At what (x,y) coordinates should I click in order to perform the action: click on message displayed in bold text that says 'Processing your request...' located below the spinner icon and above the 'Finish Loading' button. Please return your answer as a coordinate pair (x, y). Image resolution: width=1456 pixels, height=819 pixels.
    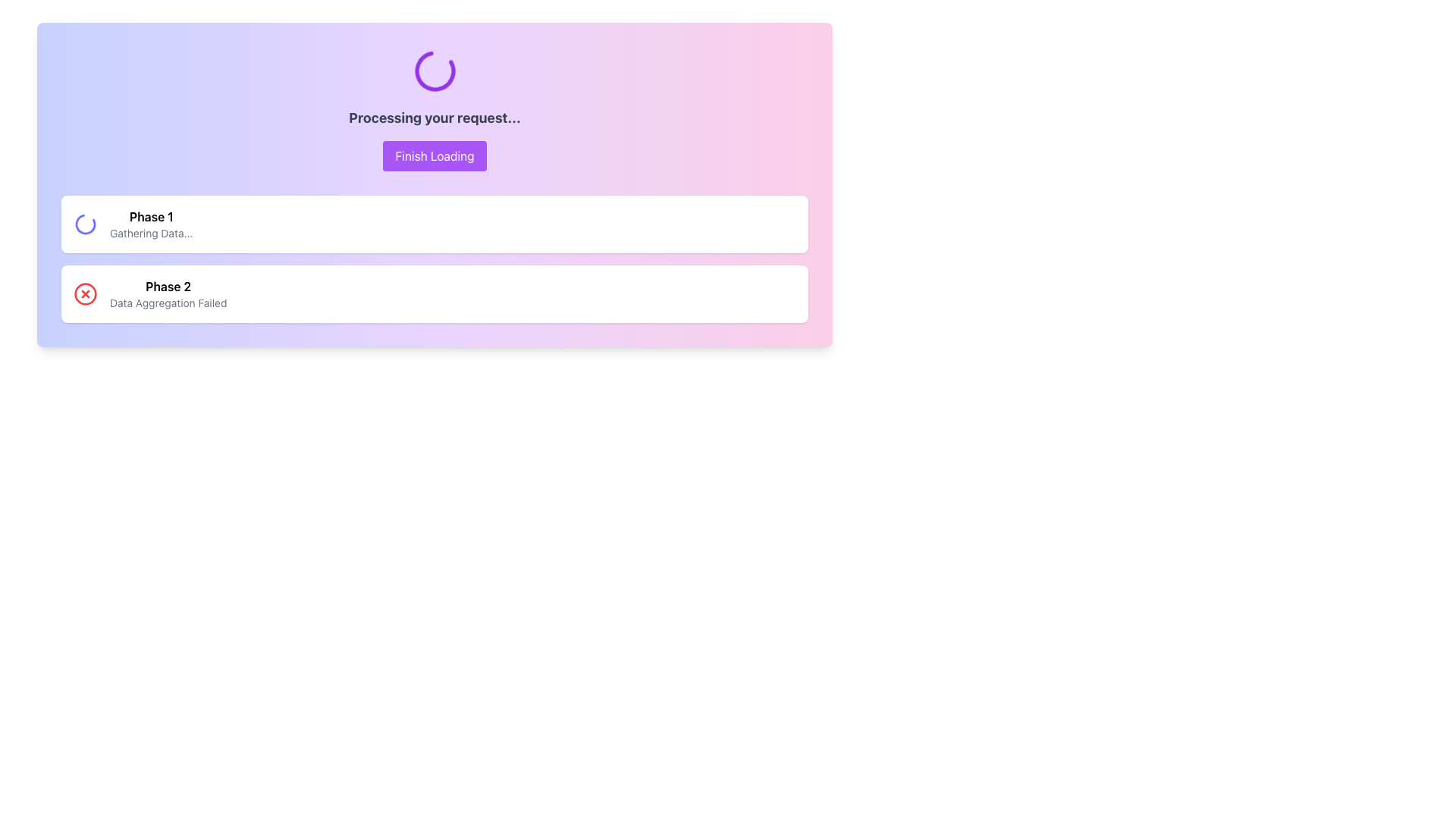
    Looking at the image, I should click on (434, 117).